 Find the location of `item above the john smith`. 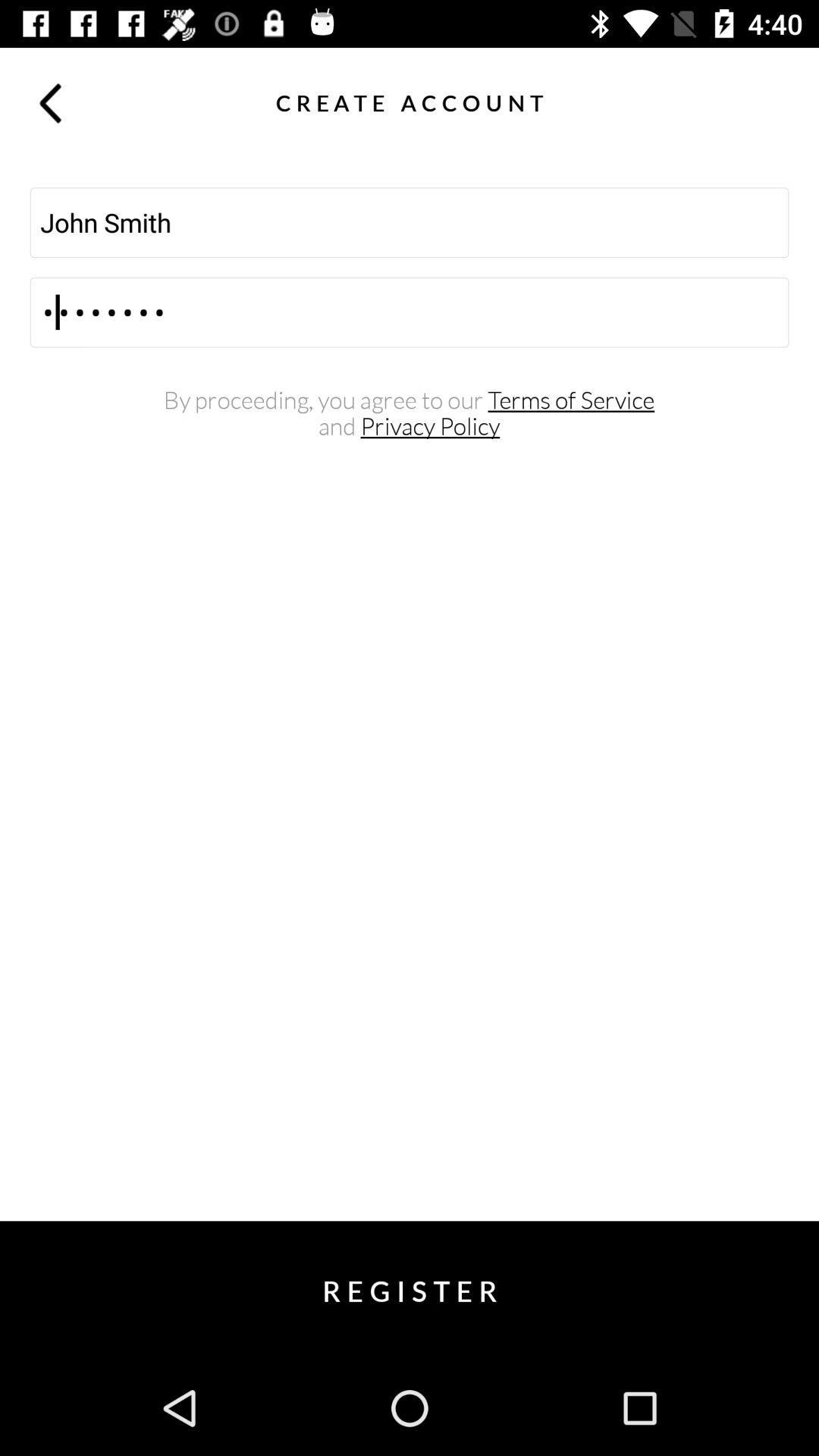

item above the john smith is located at coordinates (49, 102).